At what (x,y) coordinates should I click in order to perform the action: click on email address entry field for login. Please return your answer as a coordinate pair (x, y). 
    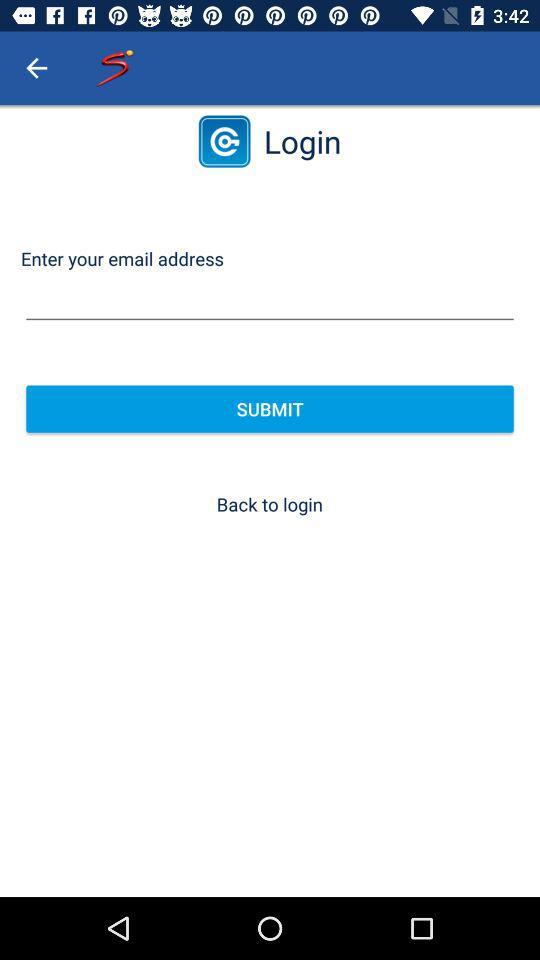
    Looking at the image, I should click on (270, 299).